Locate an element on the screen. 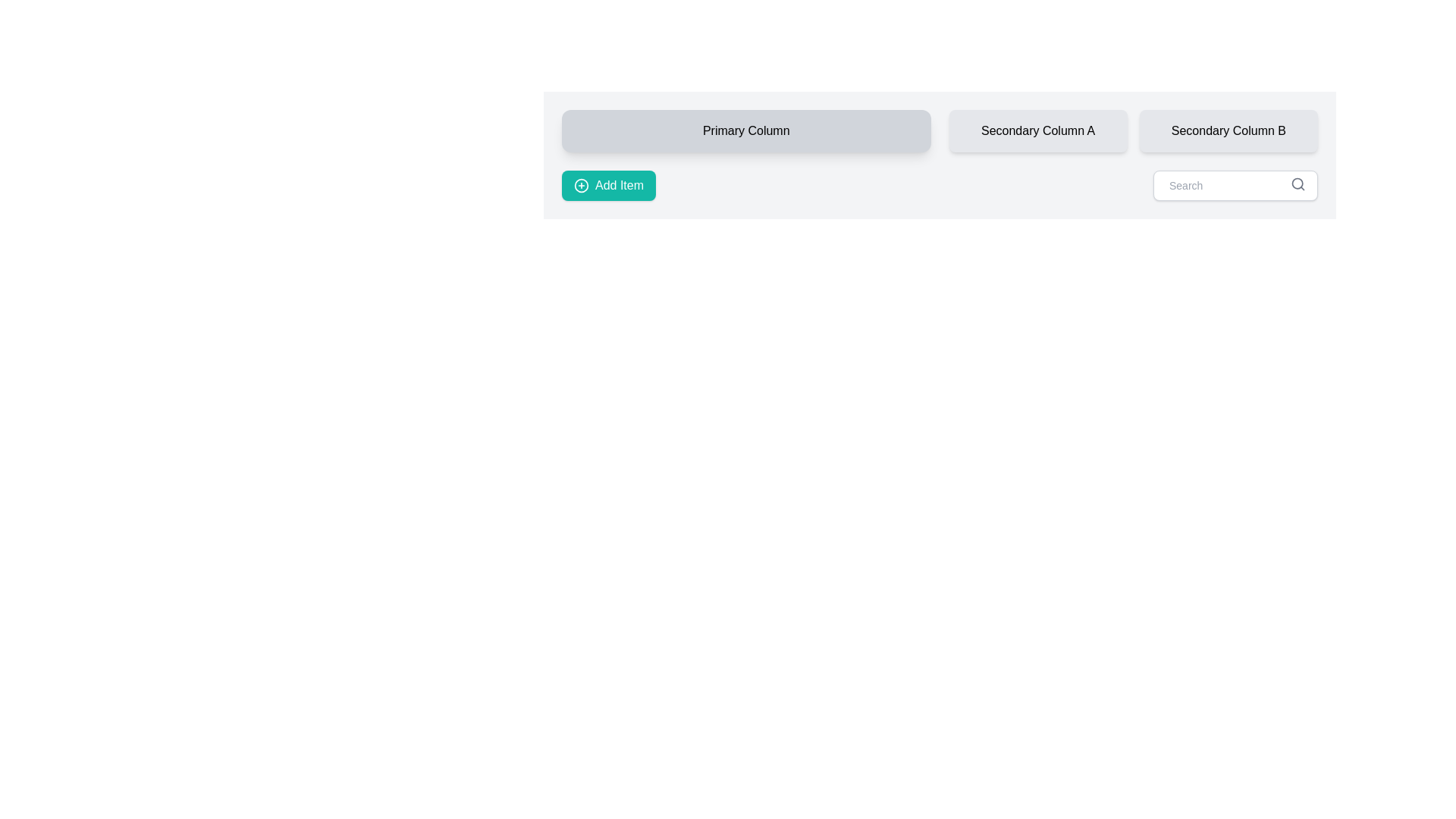 This screenshot has height=819, width=1456. the Graphical SVG Circle element, which is part of the 'Add Item' functionality, located within the button labeled 'Add Item' at the bottom-left section under the 'Primary Column' label is located at coordinates (581, 185).